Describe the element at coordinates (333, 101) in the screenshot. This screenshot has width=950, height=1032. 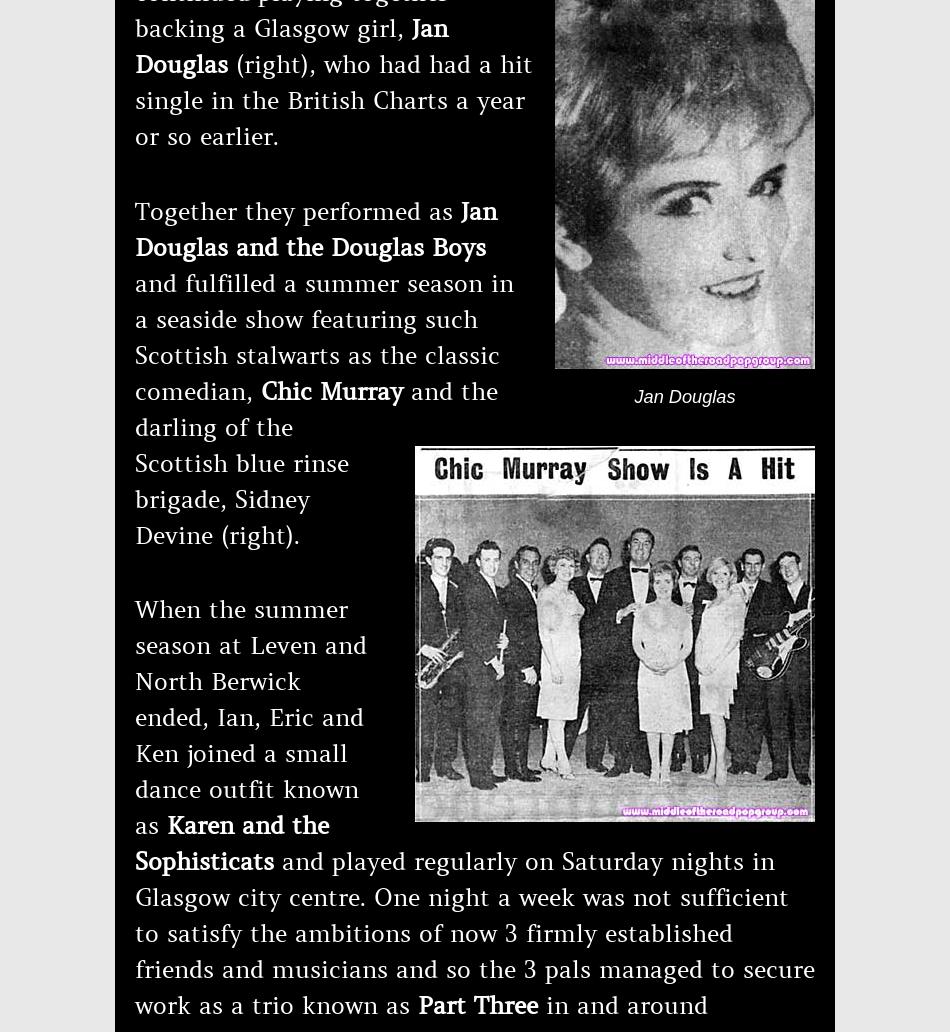
I see `'(right), who had had a hit single in the British Charts a year or so earlier.'` at that location.